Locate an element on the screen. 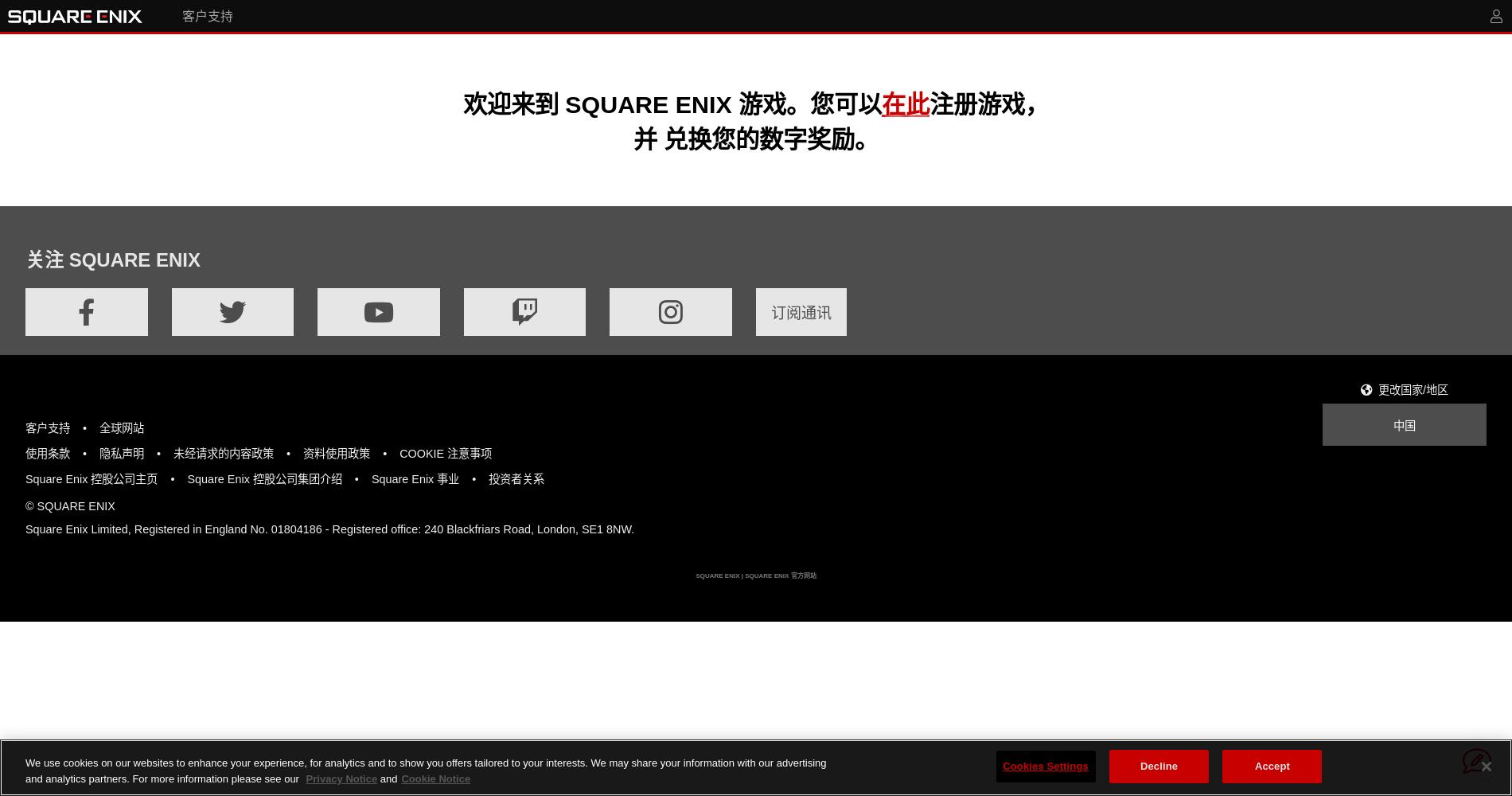  'Square Enix 事业' is located at coordinates (415, 478).